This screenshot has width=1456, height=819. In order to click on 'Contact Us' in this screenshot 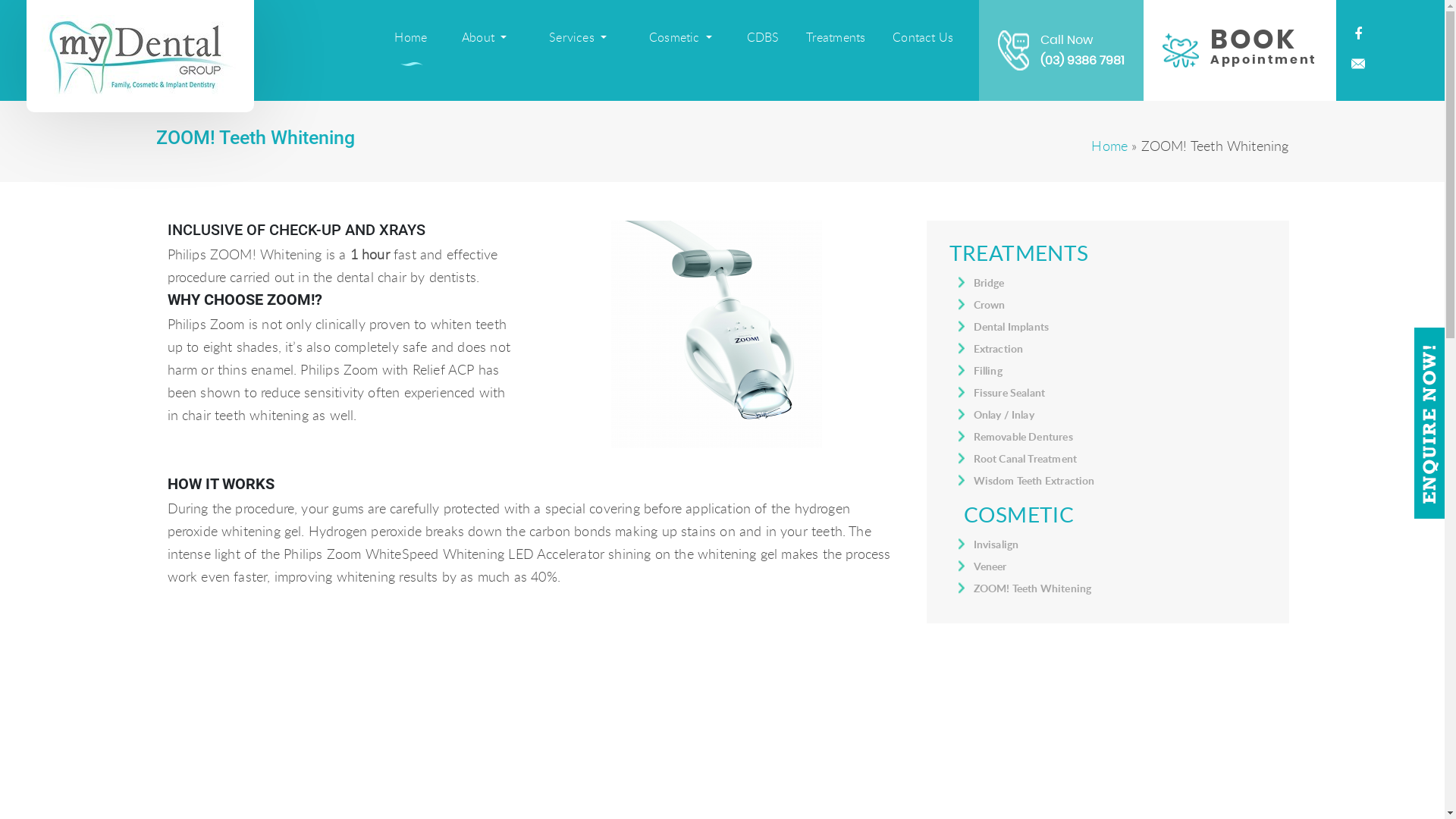, I will do `click(922, 36)`.